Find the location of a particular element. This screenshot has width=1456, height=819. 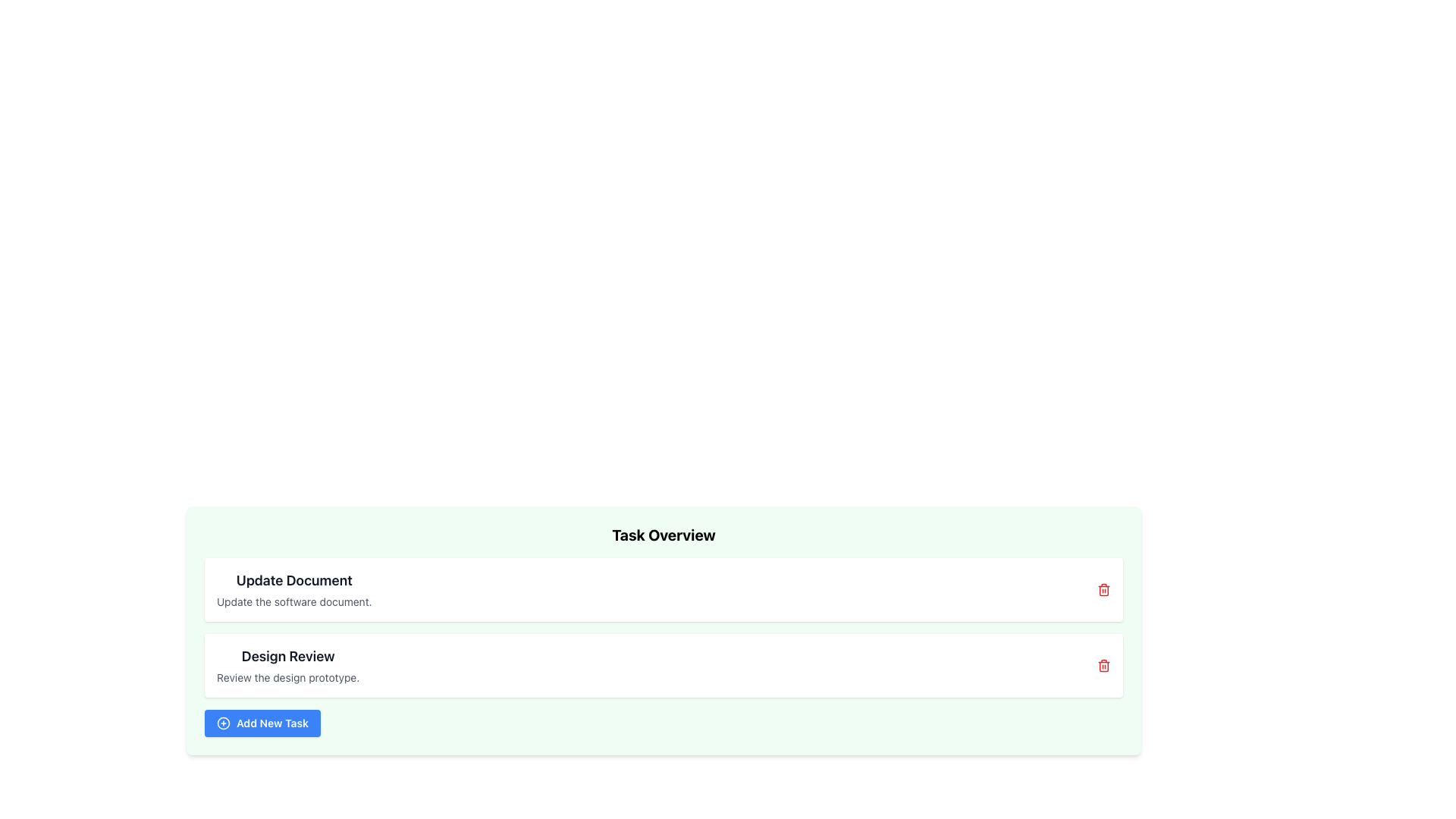

the delete icon button located at the top-right corner of the 'Design Review' card is located at coordinates (1103, 665).